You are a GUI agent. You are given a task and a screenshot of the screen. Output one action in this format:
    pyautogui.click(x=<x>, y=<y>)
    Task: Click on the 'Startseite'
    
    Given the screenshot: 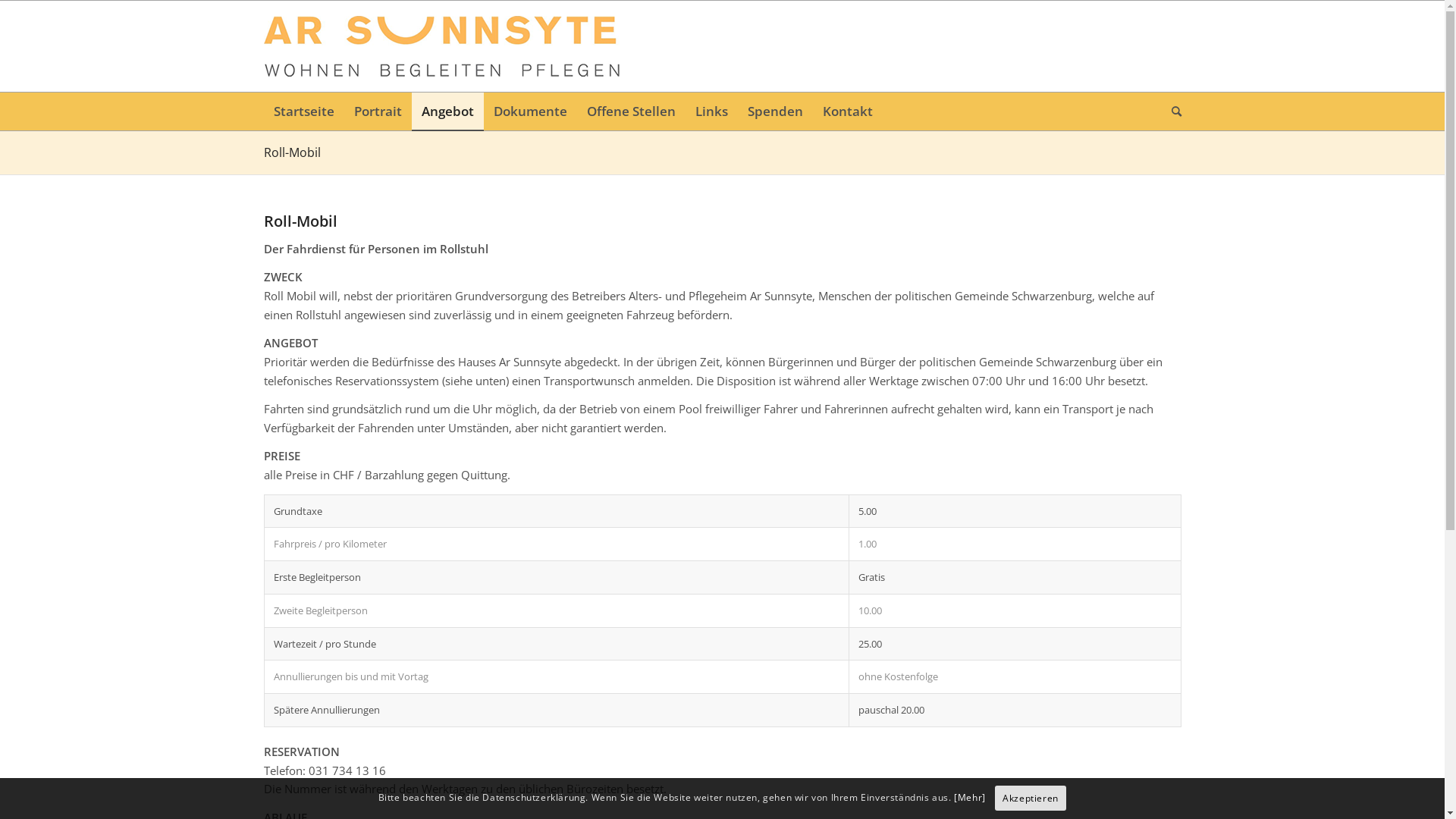 What is the action you would take?
    pyautogui.click(x=263, y=110)
    